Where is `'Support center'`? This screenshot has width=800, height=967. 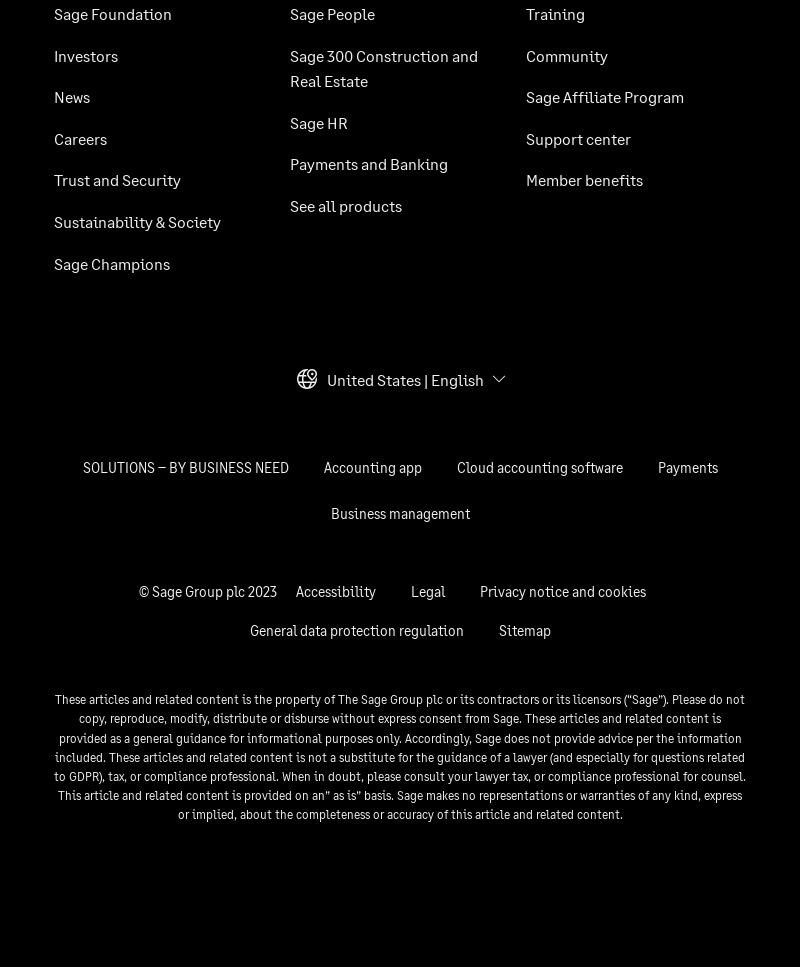
'Support center' is located at coordinates (576, 136).